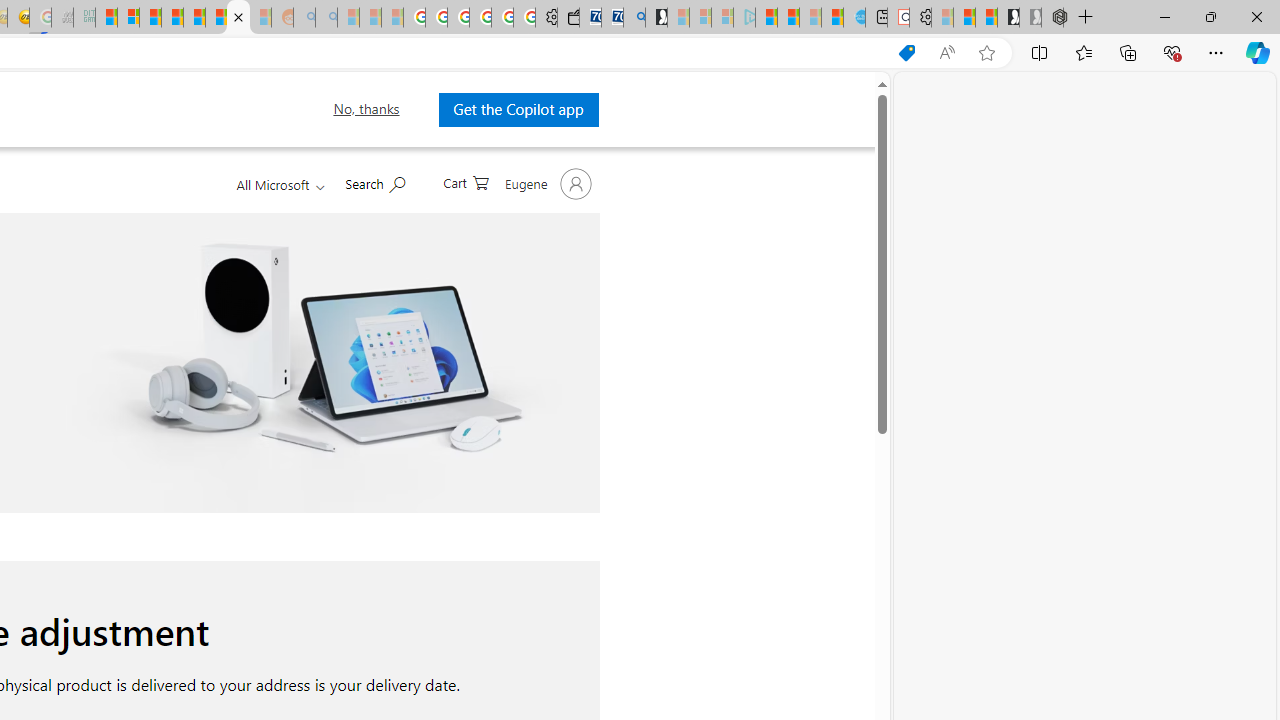 Image resolution: width=1280 pixels, height=720 pixels. I want to click on 'Cheap Car Rentals - Save70.com', so click(611, 17).